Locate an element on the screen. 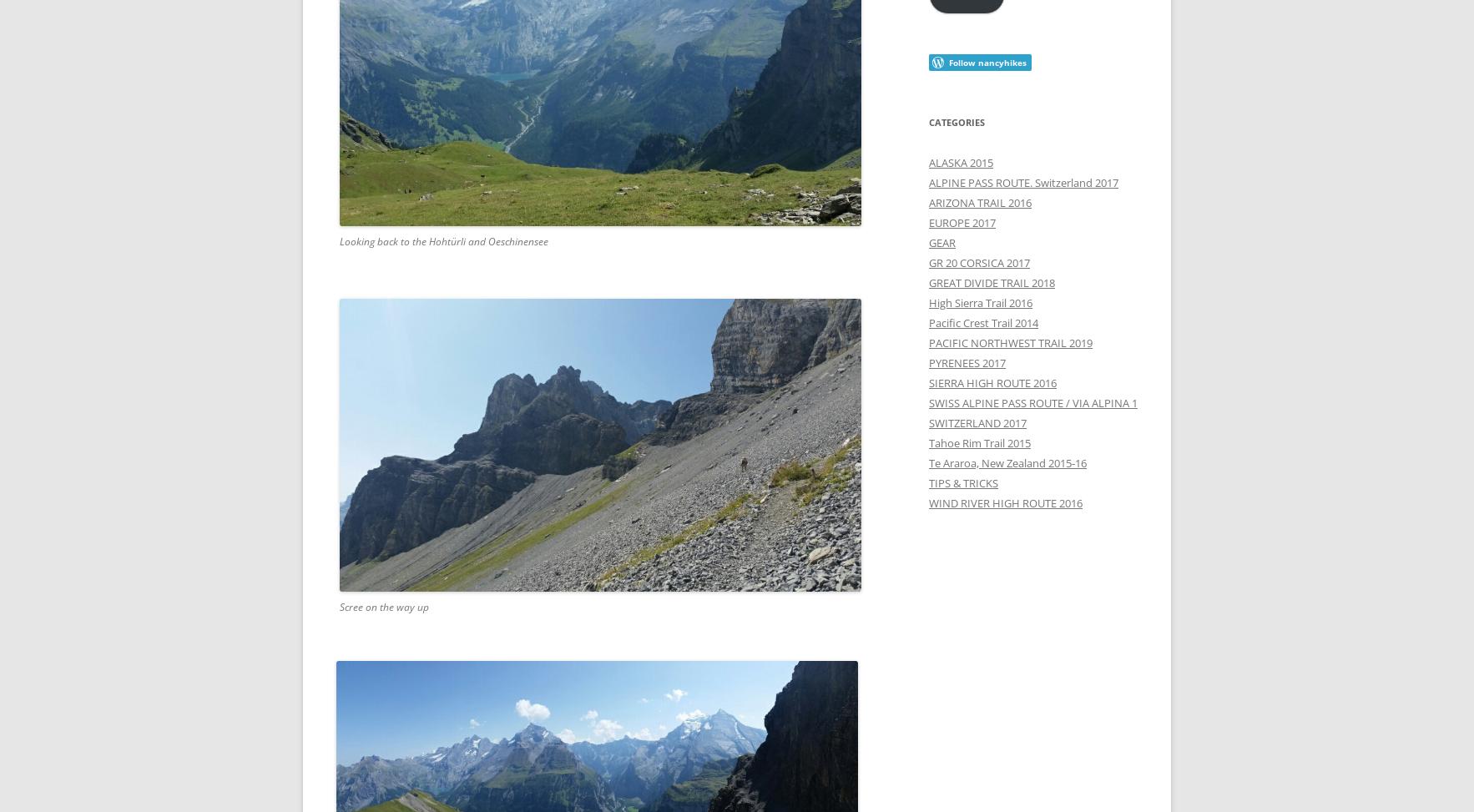 The image size is (1474, 812). 'Scree on the way up' is located at coordinates (384, 607).